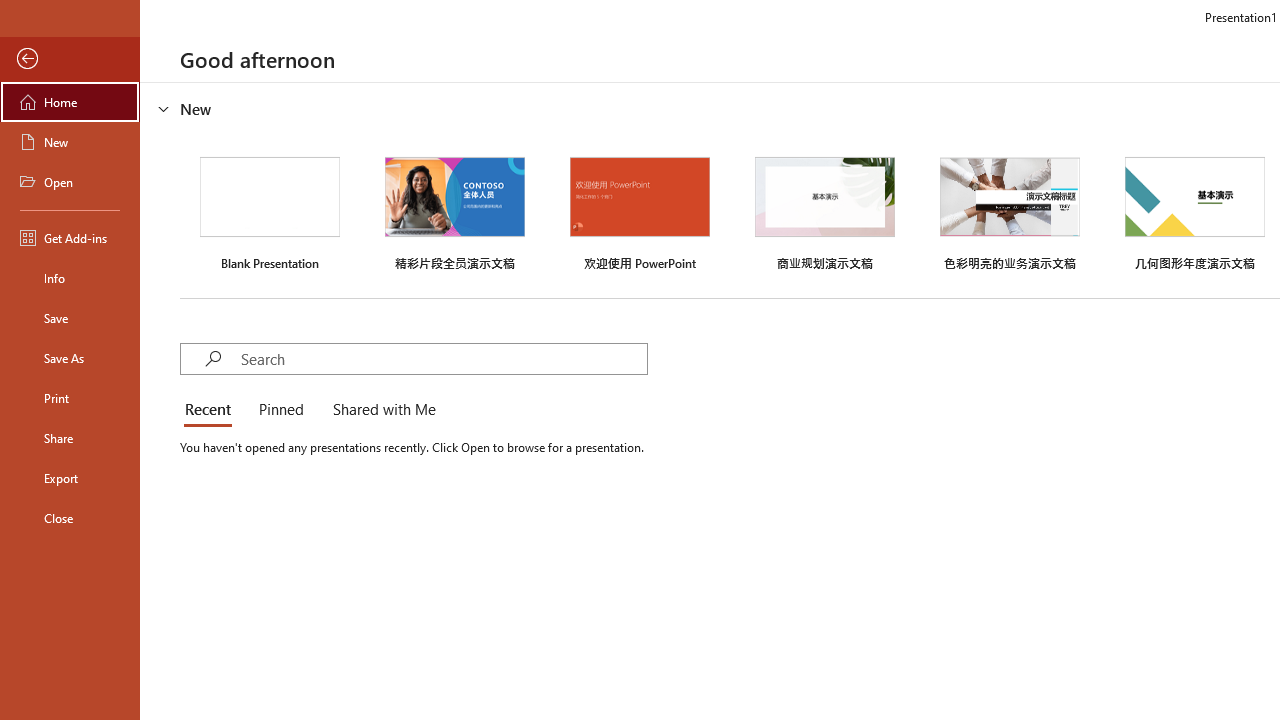 This screenshot has height=720, width=1280. Describe the element at coordinates (69, 58) in the screenshot. I see `'Back'` at that location.